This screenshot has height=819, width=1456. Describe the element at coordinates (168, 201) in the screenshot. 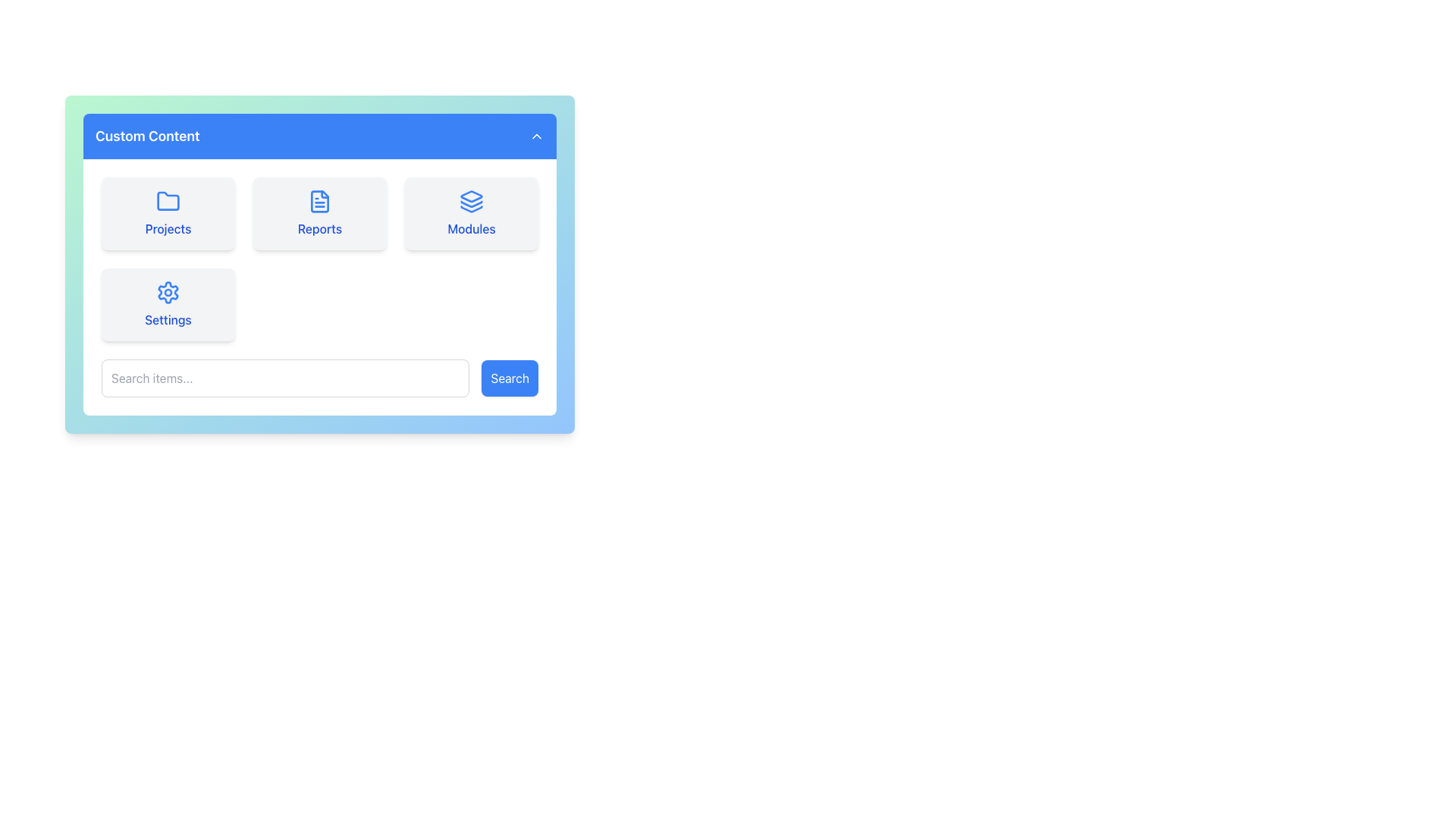

I see `the 'Projects' icon, which is centrally located within the 'Projects' option box at the top of the card` at that location.